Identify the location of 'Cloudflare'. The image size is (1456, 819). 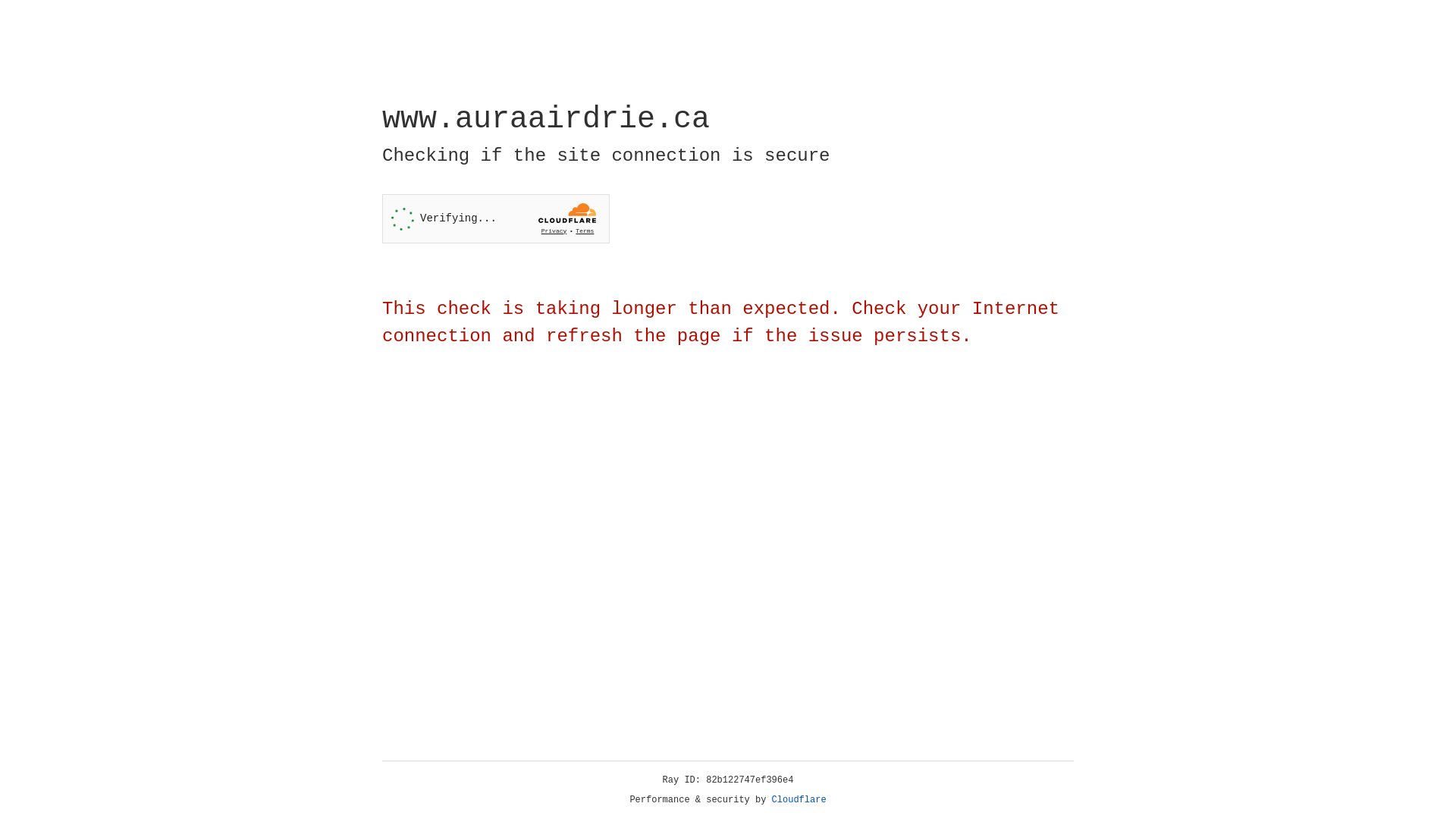
(771, 799).